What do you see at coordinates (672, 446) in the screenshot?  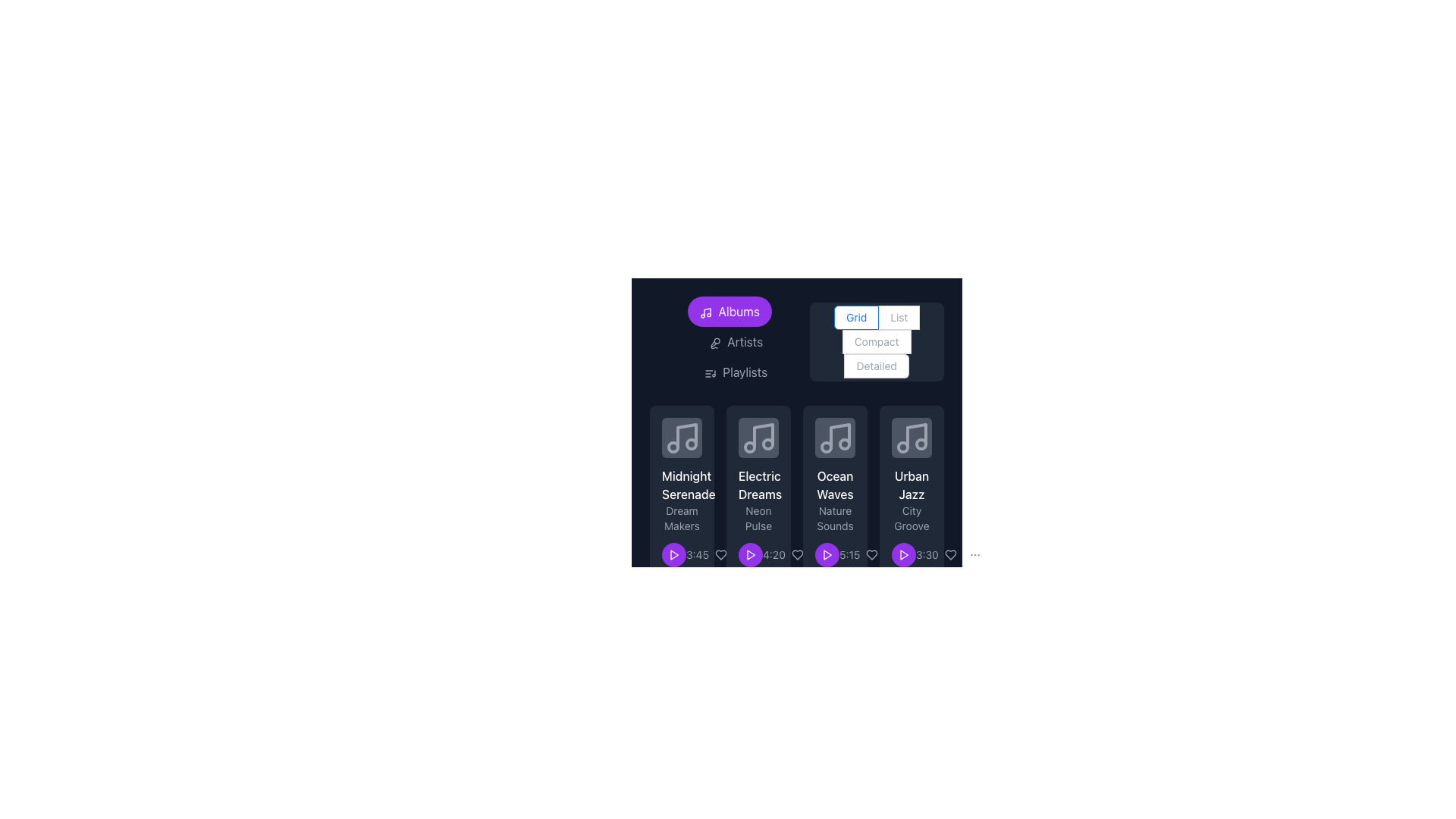 I see `the leftmost circular icon in the SVG musical note icon on the 'Midnight Serenade' album card` at bounding box center [672, 446].